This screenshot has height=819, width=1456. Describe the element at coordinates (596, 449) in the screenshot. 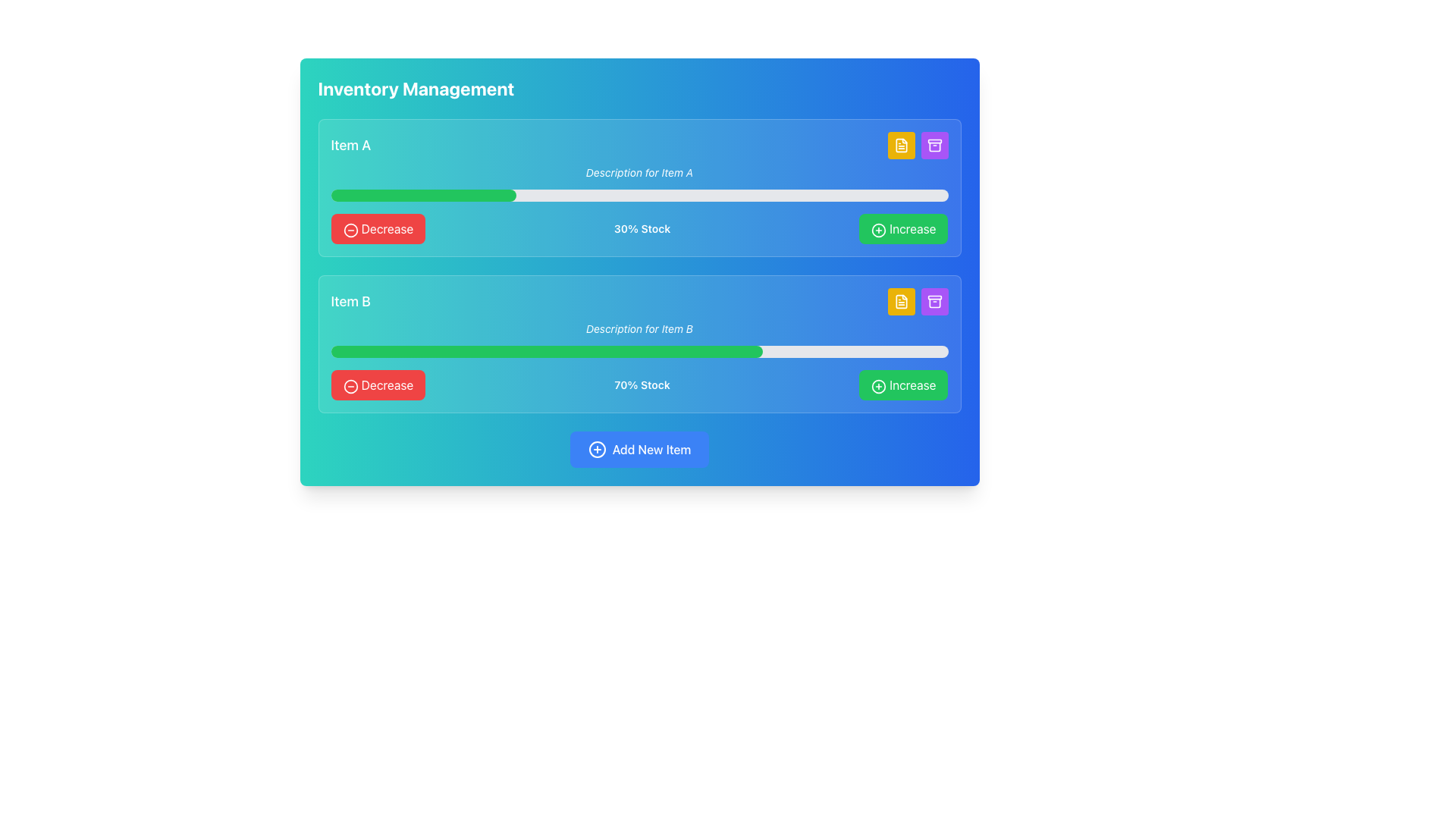

I see `the Circular SVG graphical element that signifies addition functionality within the 'Add New Item' button, located at the bottom section of the interface` at that location.